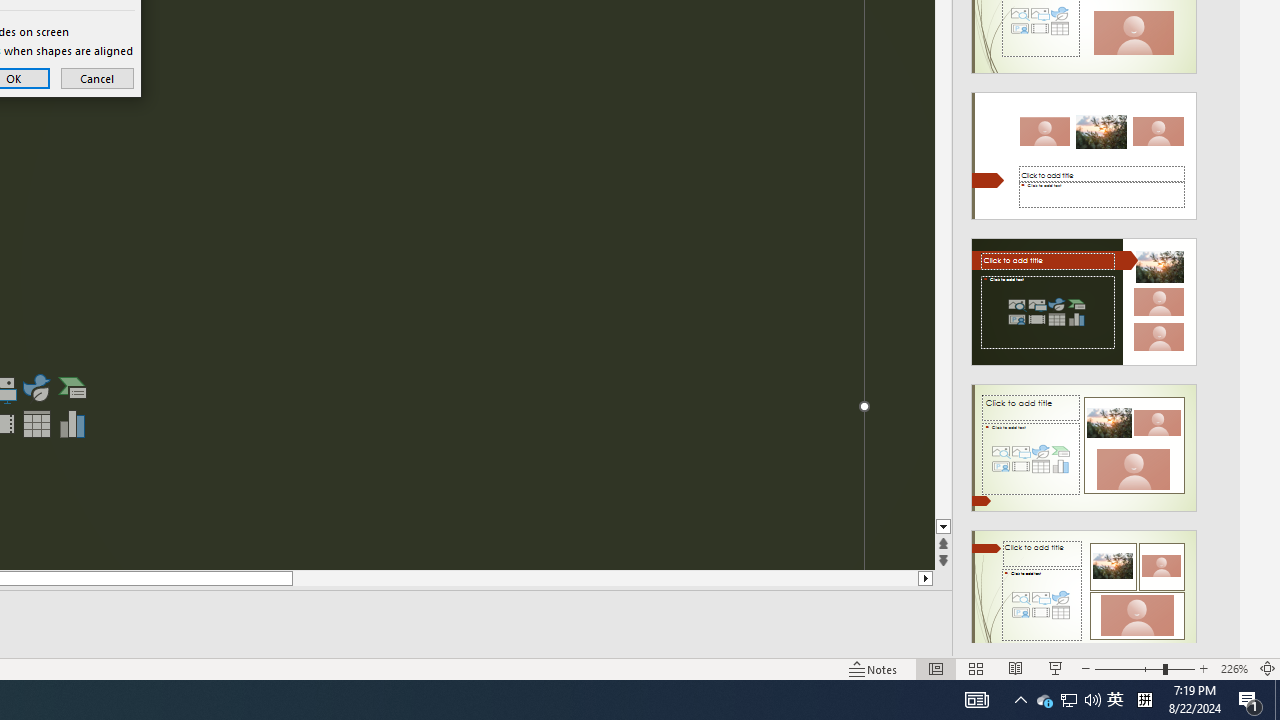 The width and height of the screenshot is (1280, 720). What do you see at coordinates (73, 388) in the screenshot?
I see `'Insert a SmartArt Graphic'` at bounding box center [73, 388].